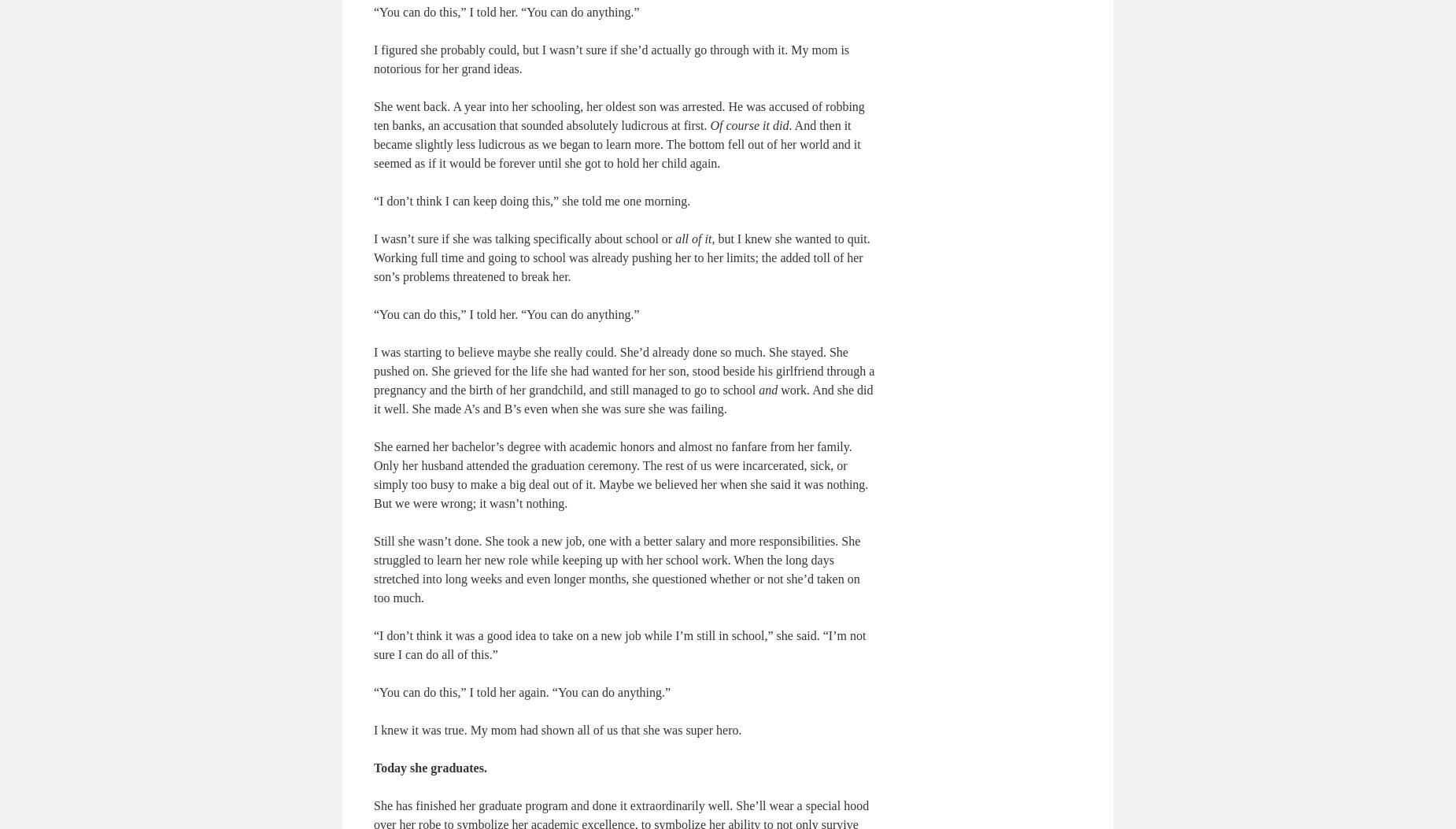  What do you see at coordinates (522, 692) in the screenshot?
I see `'“You can do this,” I told her again. “You can do anything.”'` at bounding box center [522, 692].